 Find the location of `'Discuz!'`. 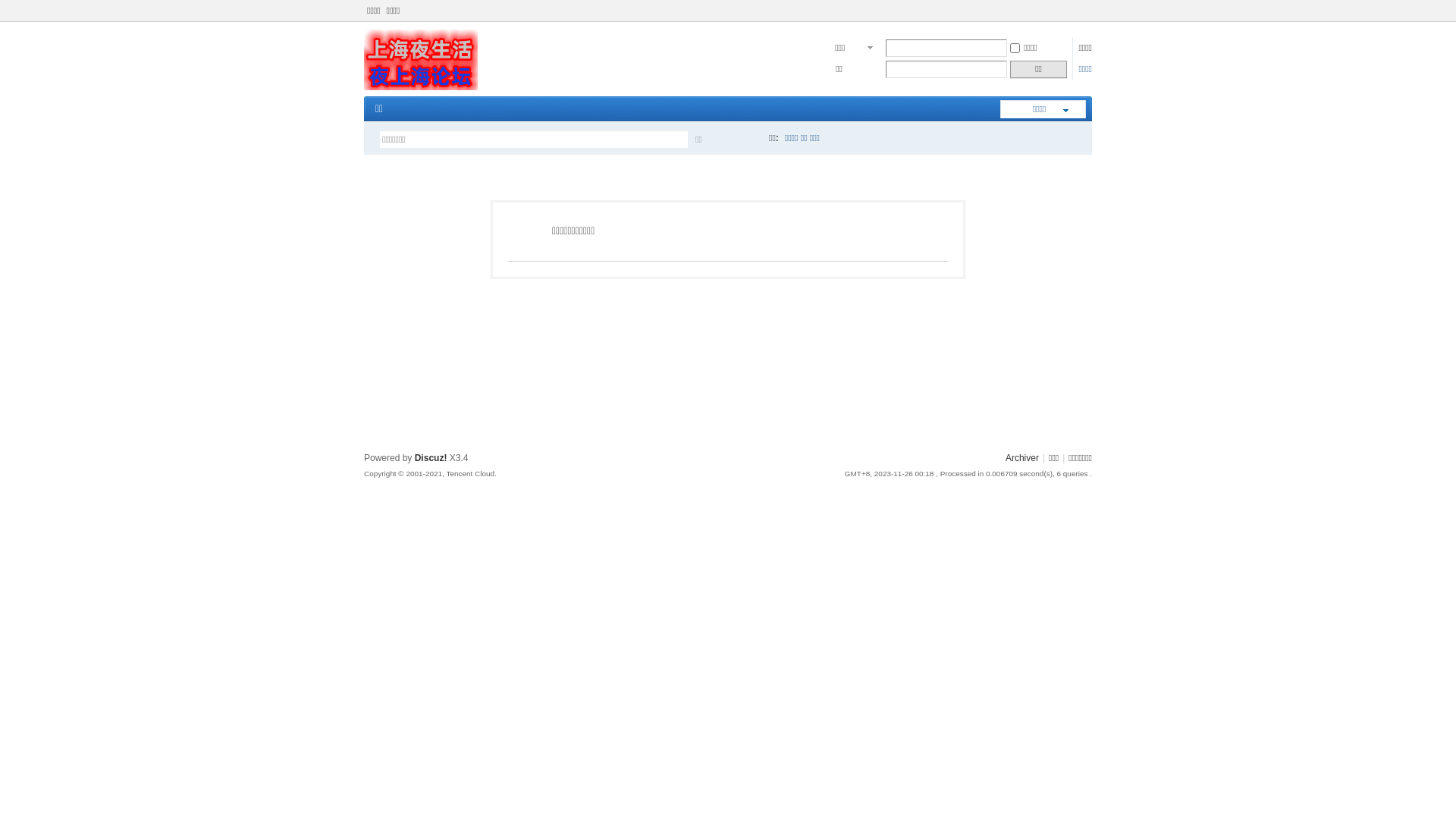

'Discuz!' is located at coordinates (430, 457).